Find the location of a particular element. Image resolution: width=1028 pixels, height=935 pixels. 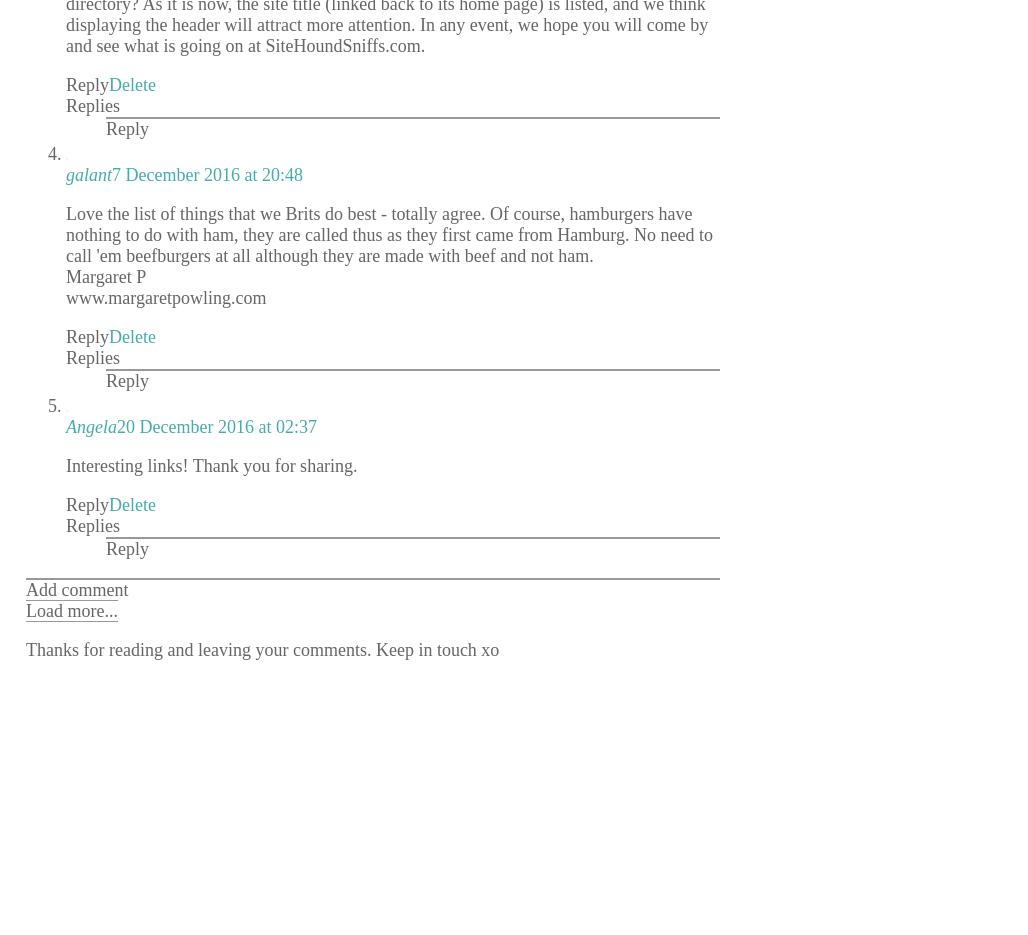

'Love the list of things that we Brits do best - totally agree.  Of course, hamburgers have nothing to do with ham, they are called thus as they first came from Hamburg.  No need to call 'em beefburgers at all although they are made with beef and not ham.' is located at coordinates (389, 234).